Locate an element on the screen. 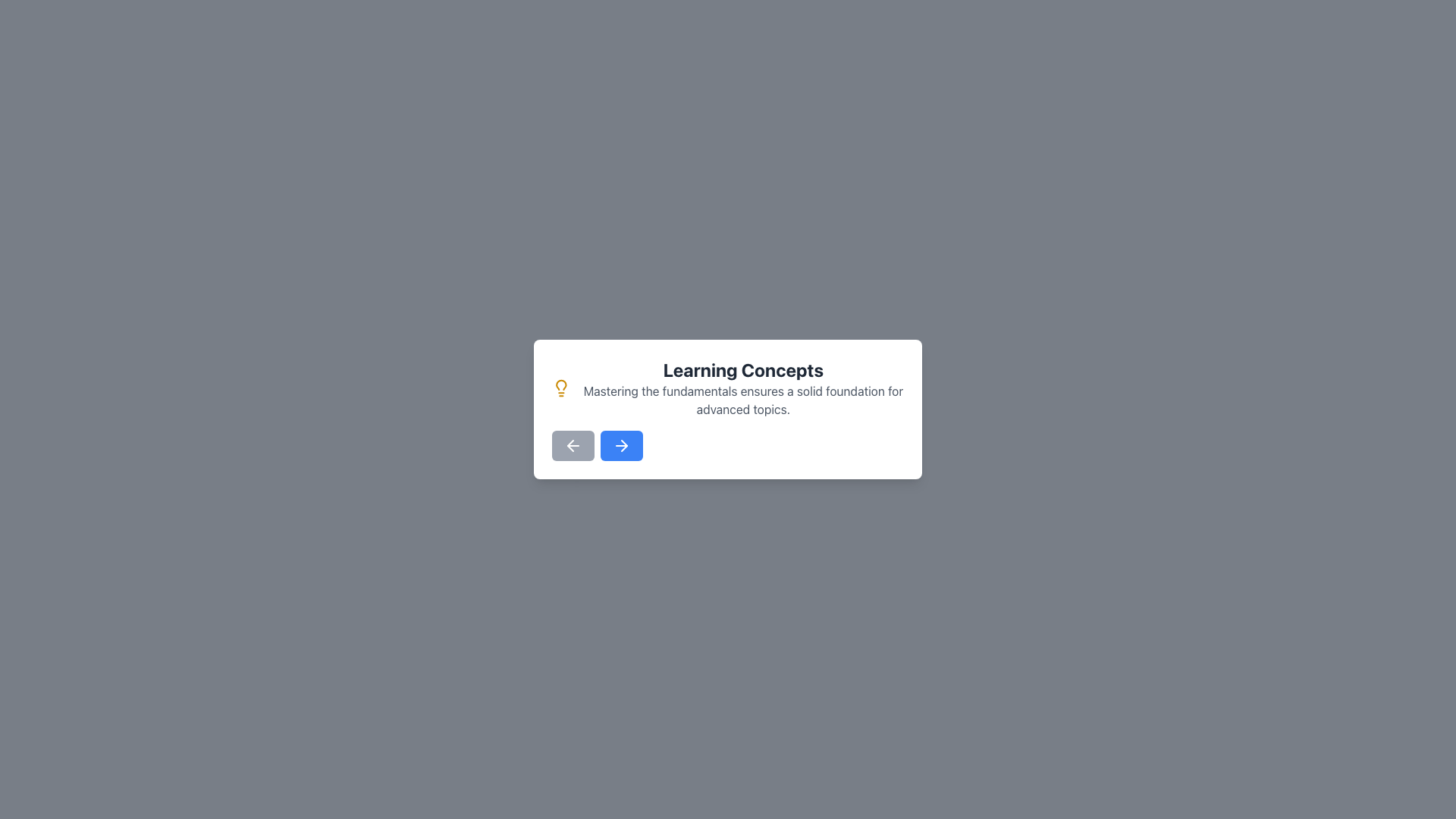 The height and width of the screenshot is (819, 1456). the left navigation button located at the bottom of the 'Learning Concepts' card to attempt navigation, despite it being disabled is located at coordinates (572, 444).